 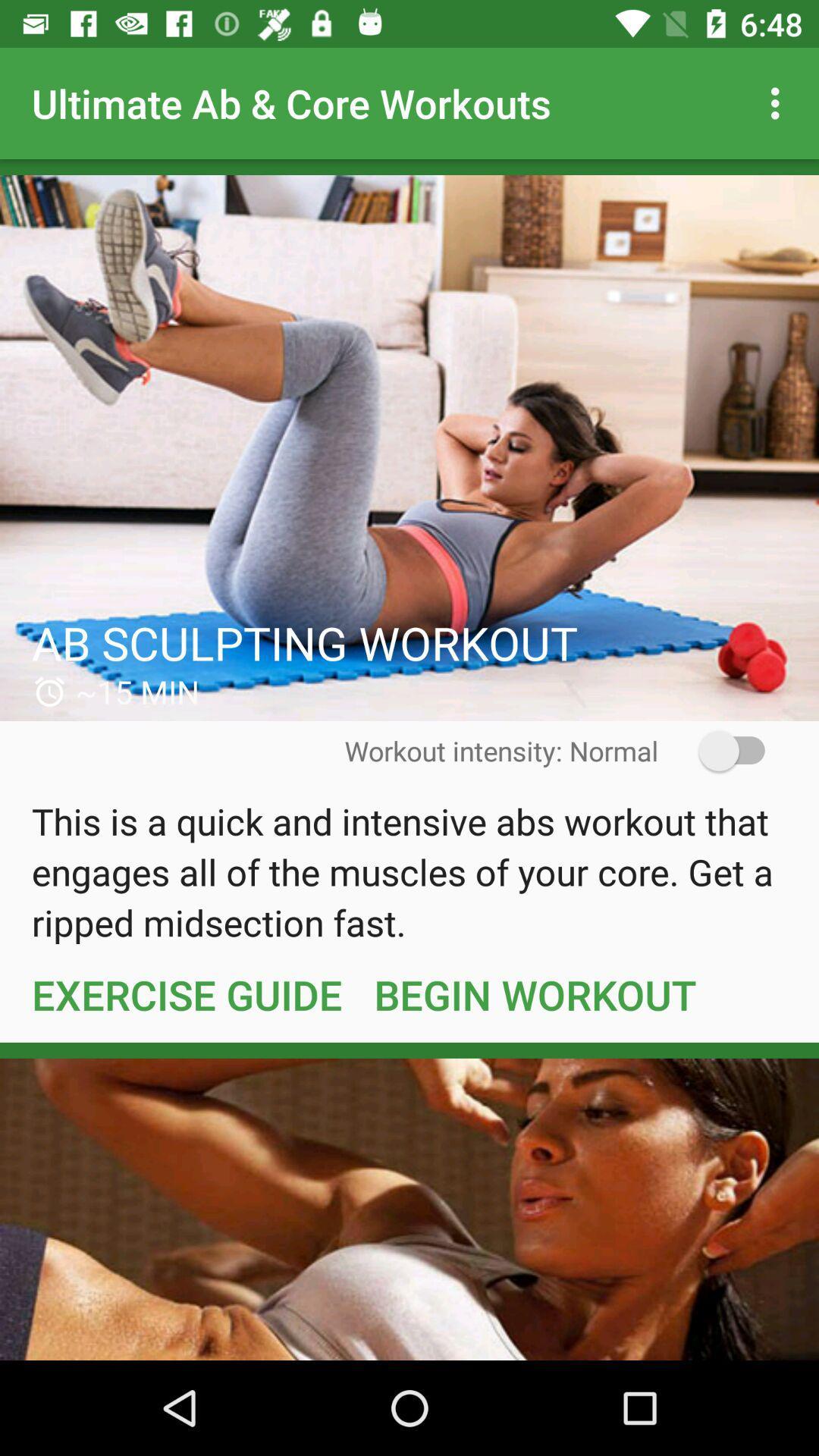 I want to click on icon on the right, so click(x=721, y=751).